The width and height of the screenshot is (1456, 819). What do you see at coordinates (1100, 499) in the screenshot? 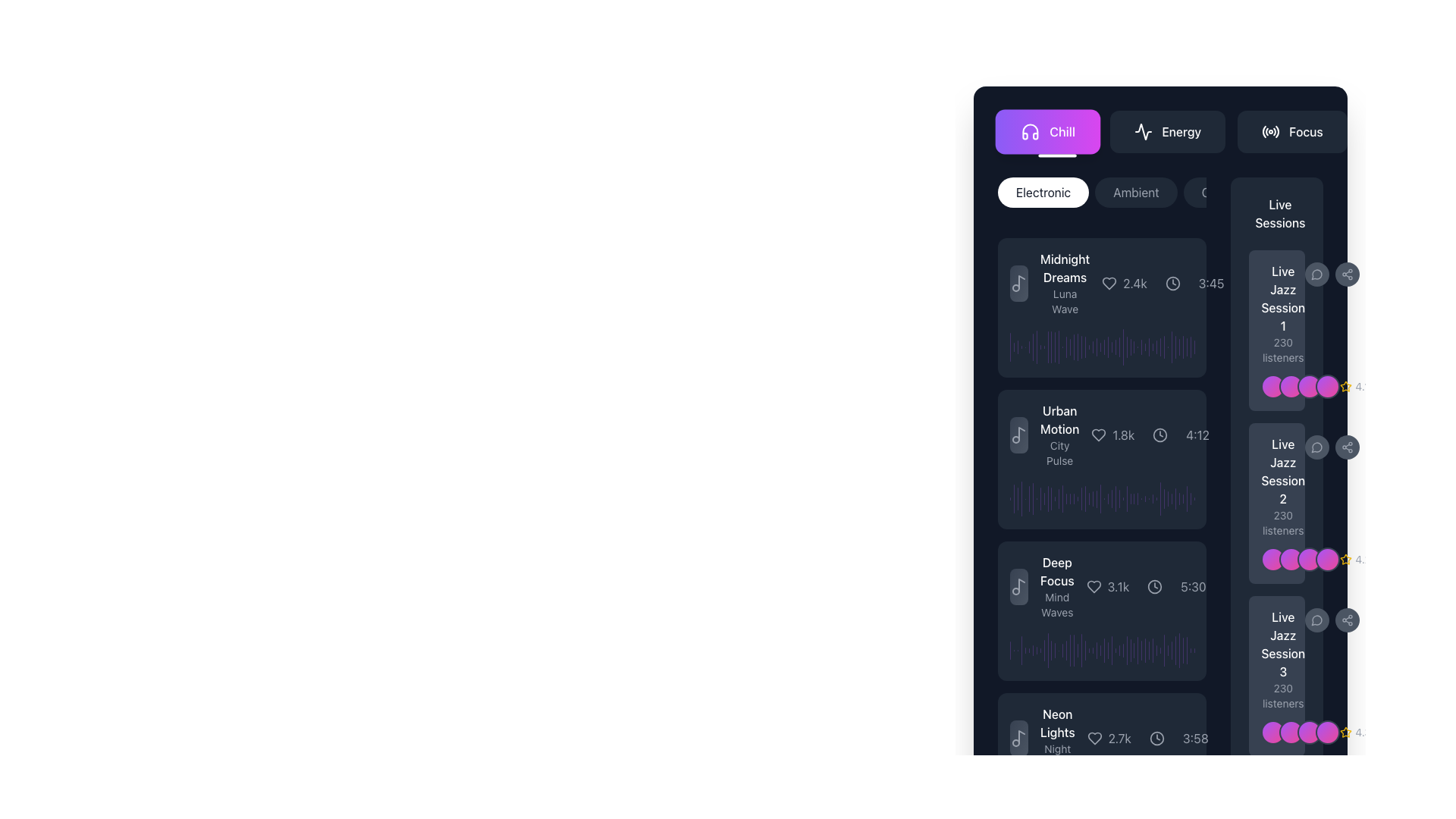
I see `the visual representation of the purple shaded progress bar with rounded ends, located in the middle of a grouping of vertical bars` at bounding box center [1100, 499].